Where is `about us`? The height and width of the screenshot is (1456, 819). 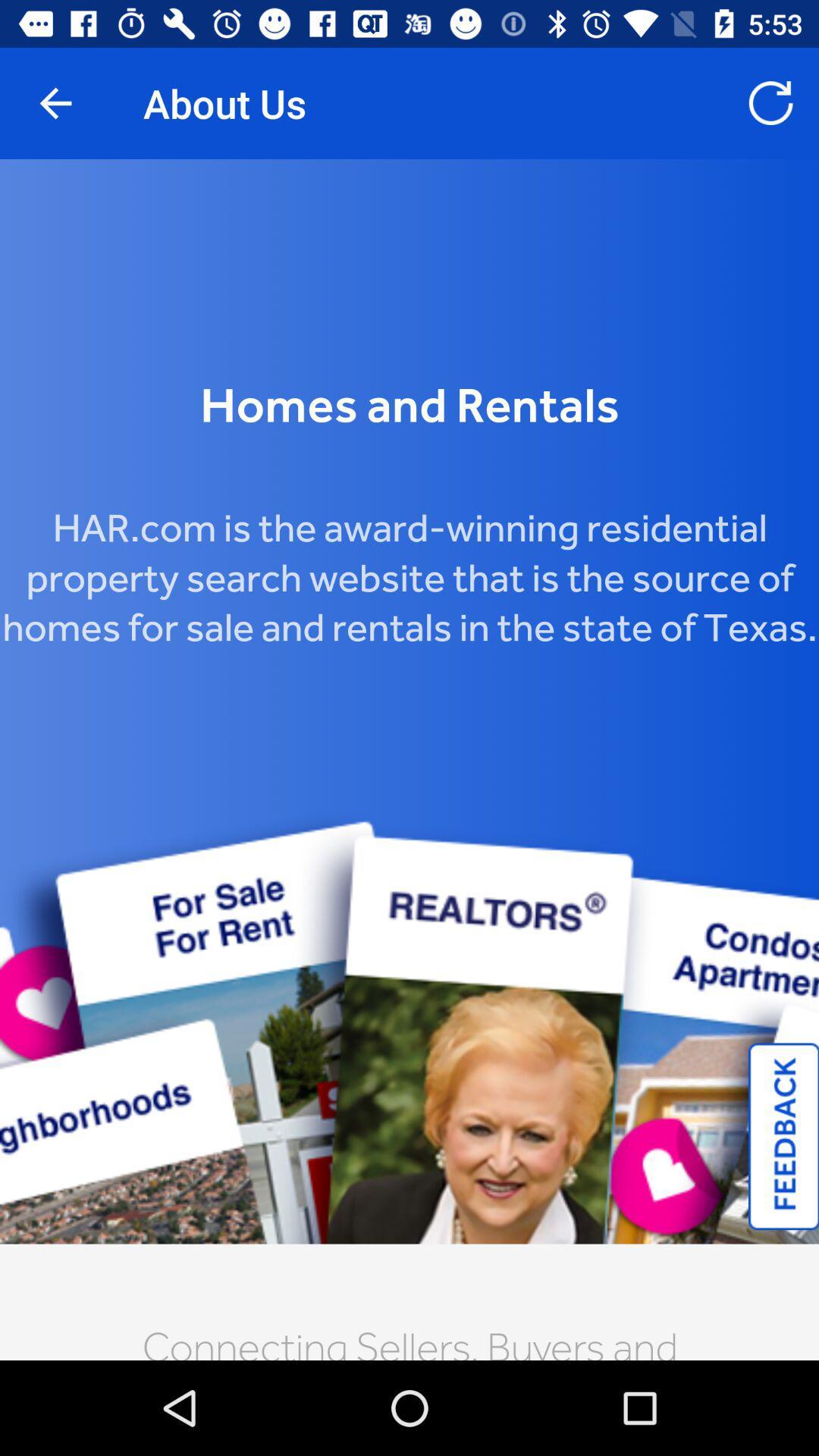
about us is located at coordinates (409, 760).